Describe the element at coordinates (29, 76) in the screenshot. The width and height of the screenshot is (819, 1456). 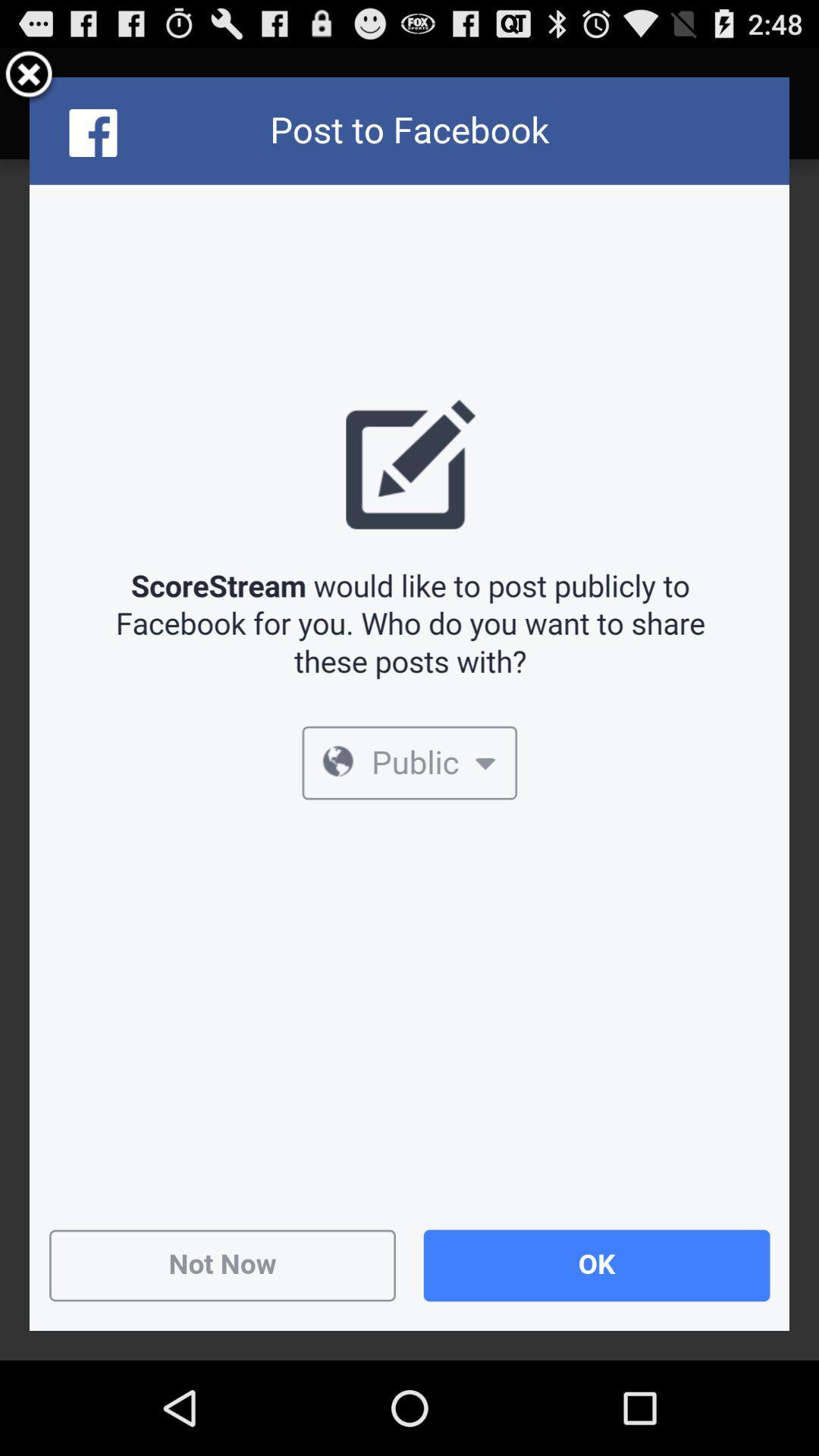
I see `the page` at that location.